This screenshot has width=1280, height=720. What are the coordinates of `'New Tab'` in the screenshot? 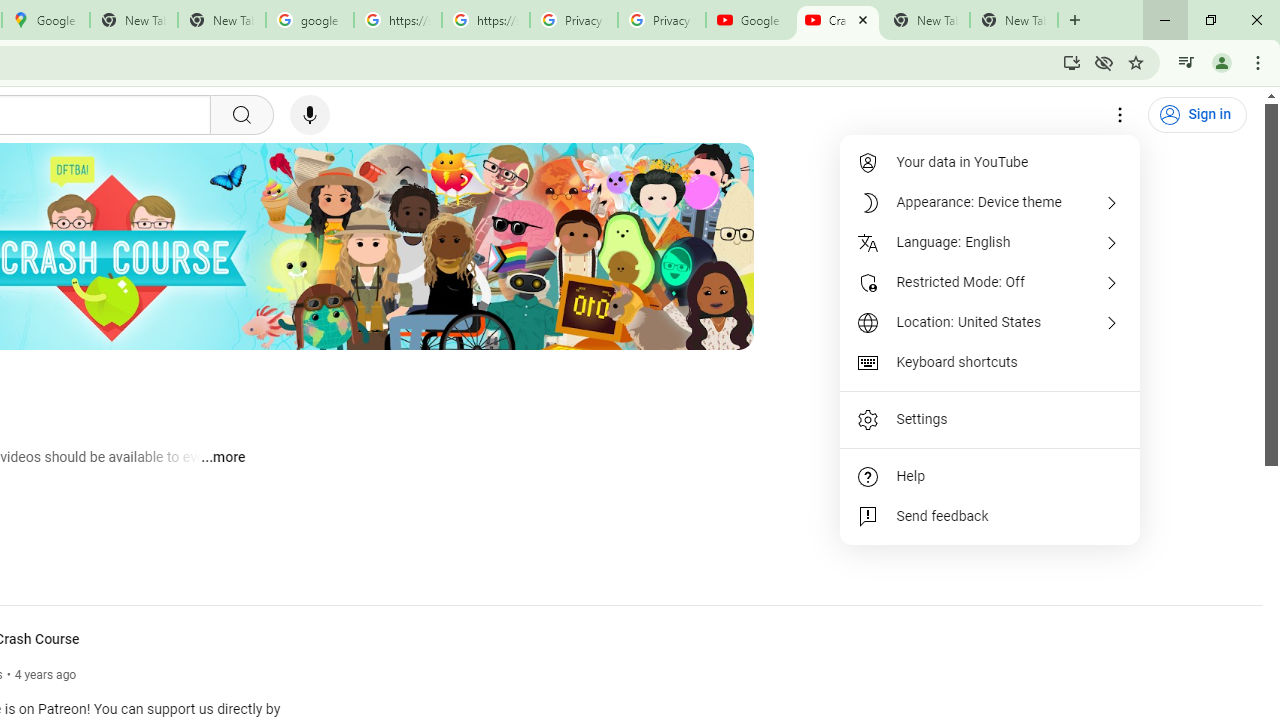 It's located at (1014, 20).